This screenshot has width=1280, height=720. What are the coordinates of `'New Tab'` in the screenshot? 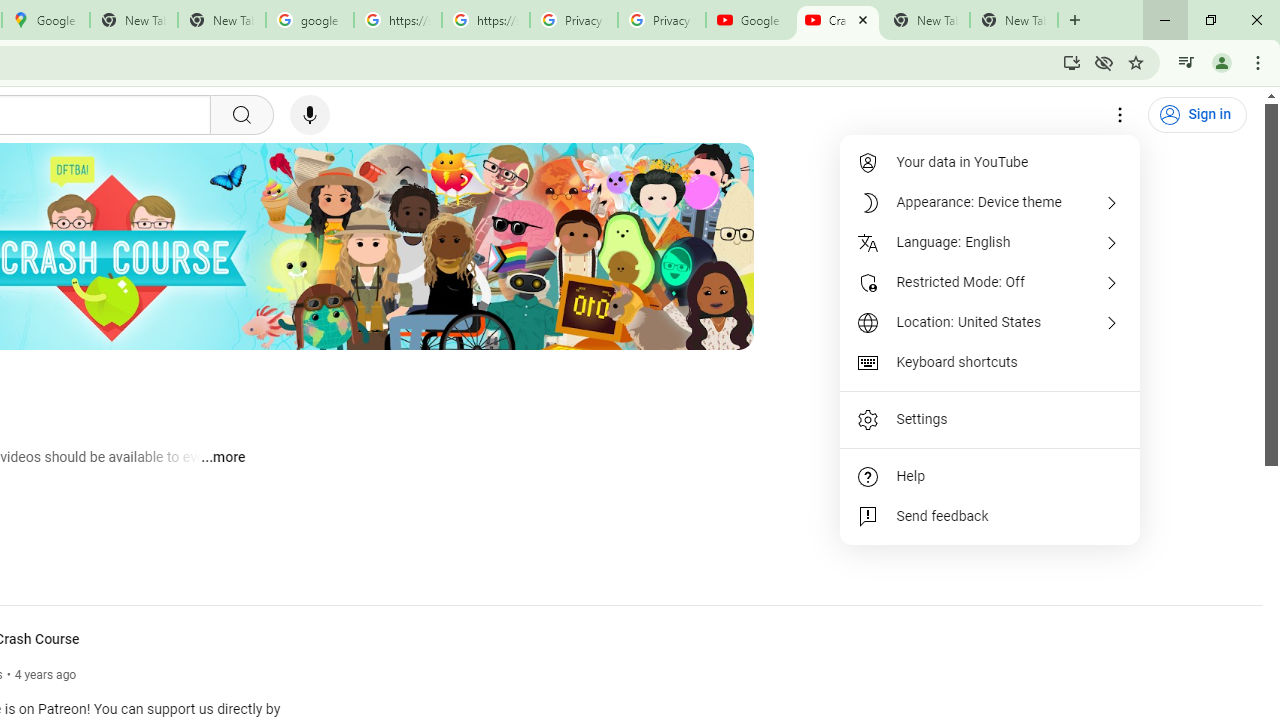 It's located at (1014, 20).